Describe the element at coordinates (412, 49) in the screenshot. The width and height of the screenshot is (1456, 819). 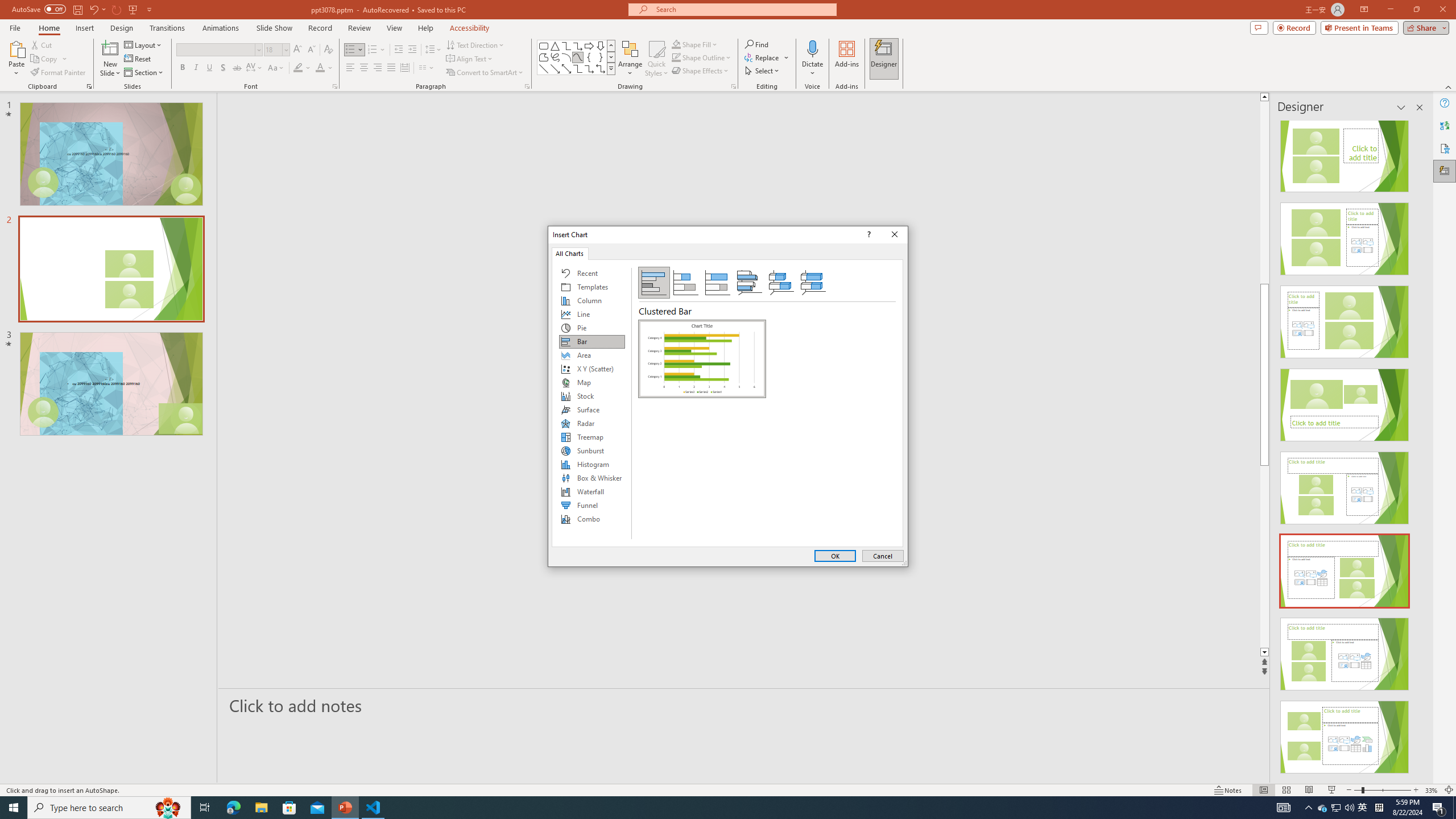
I see `'Increase Indent'` at that location.